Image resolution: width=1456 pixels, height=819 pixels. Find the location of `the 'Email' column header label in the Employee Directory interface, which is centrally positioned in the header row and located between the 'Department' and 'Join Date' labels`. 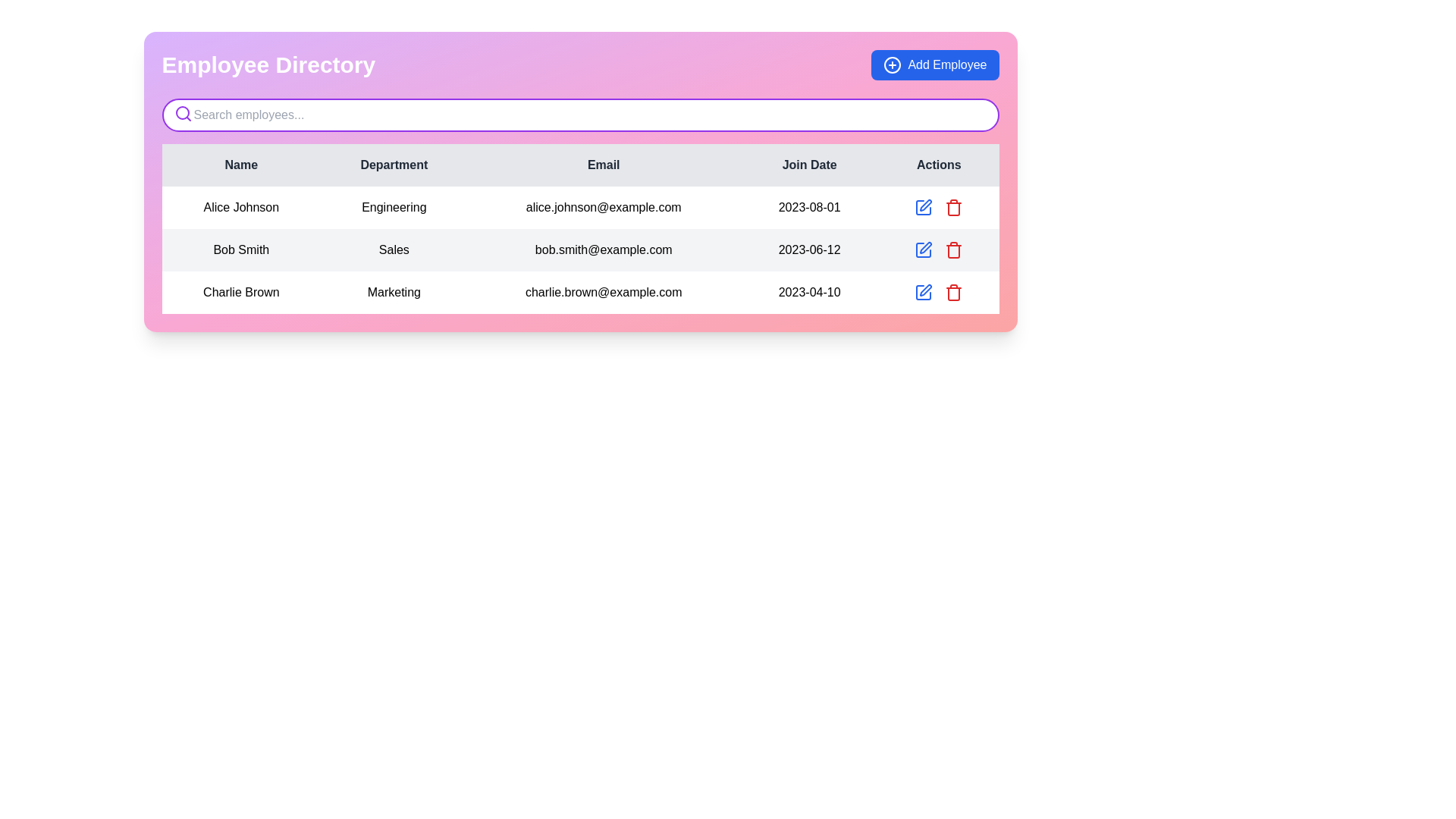

the 'Email' column header label in the Employee Directory interface, which is centrally positioned in the header row and located between the 'Department' and 'Join Date' labels is located at coordinates (603, 165).